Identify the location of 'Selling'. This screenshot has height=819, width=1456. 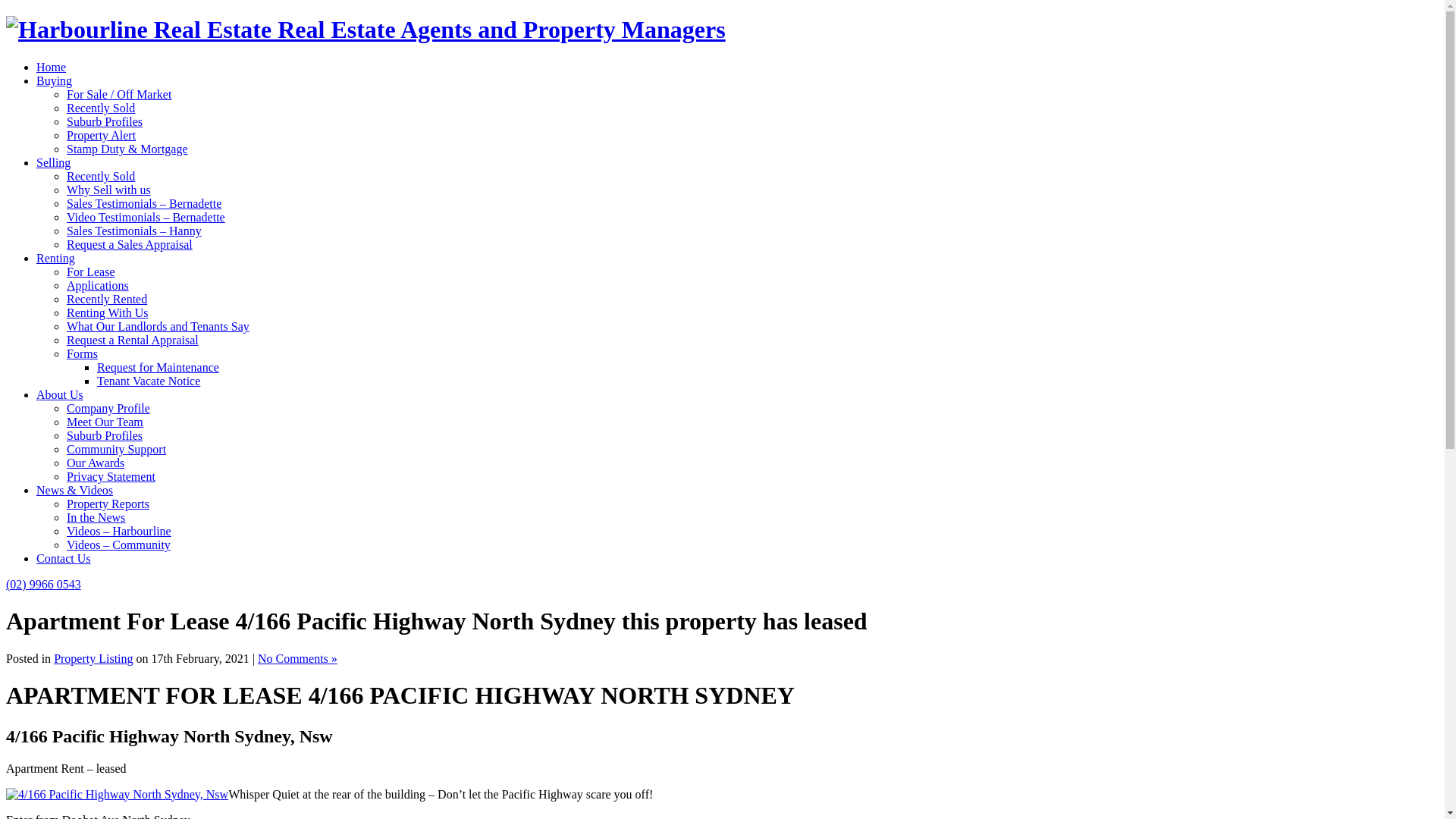
(36, 162).